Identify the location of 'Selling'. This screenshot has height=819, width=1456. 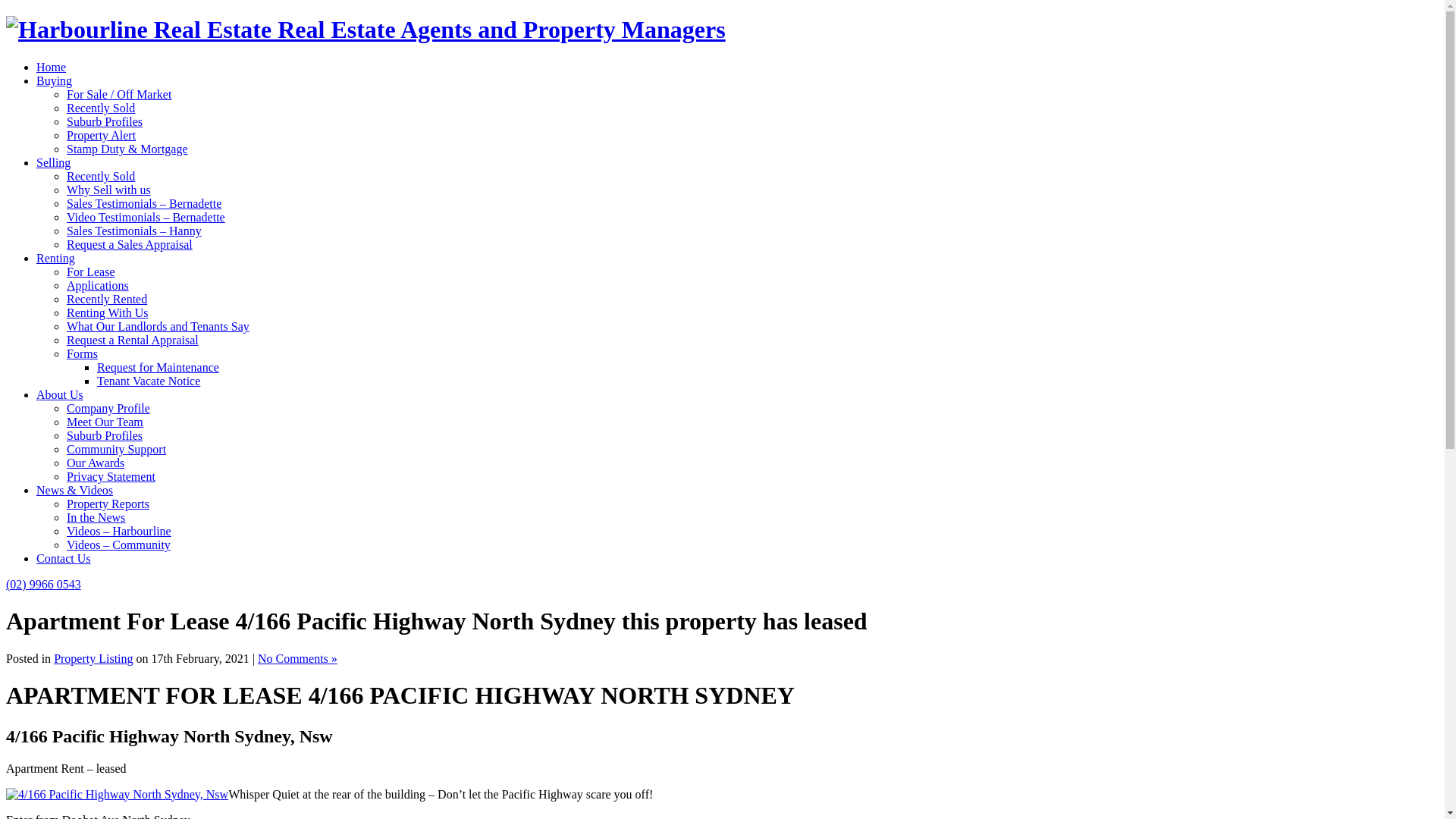
(36, 162).